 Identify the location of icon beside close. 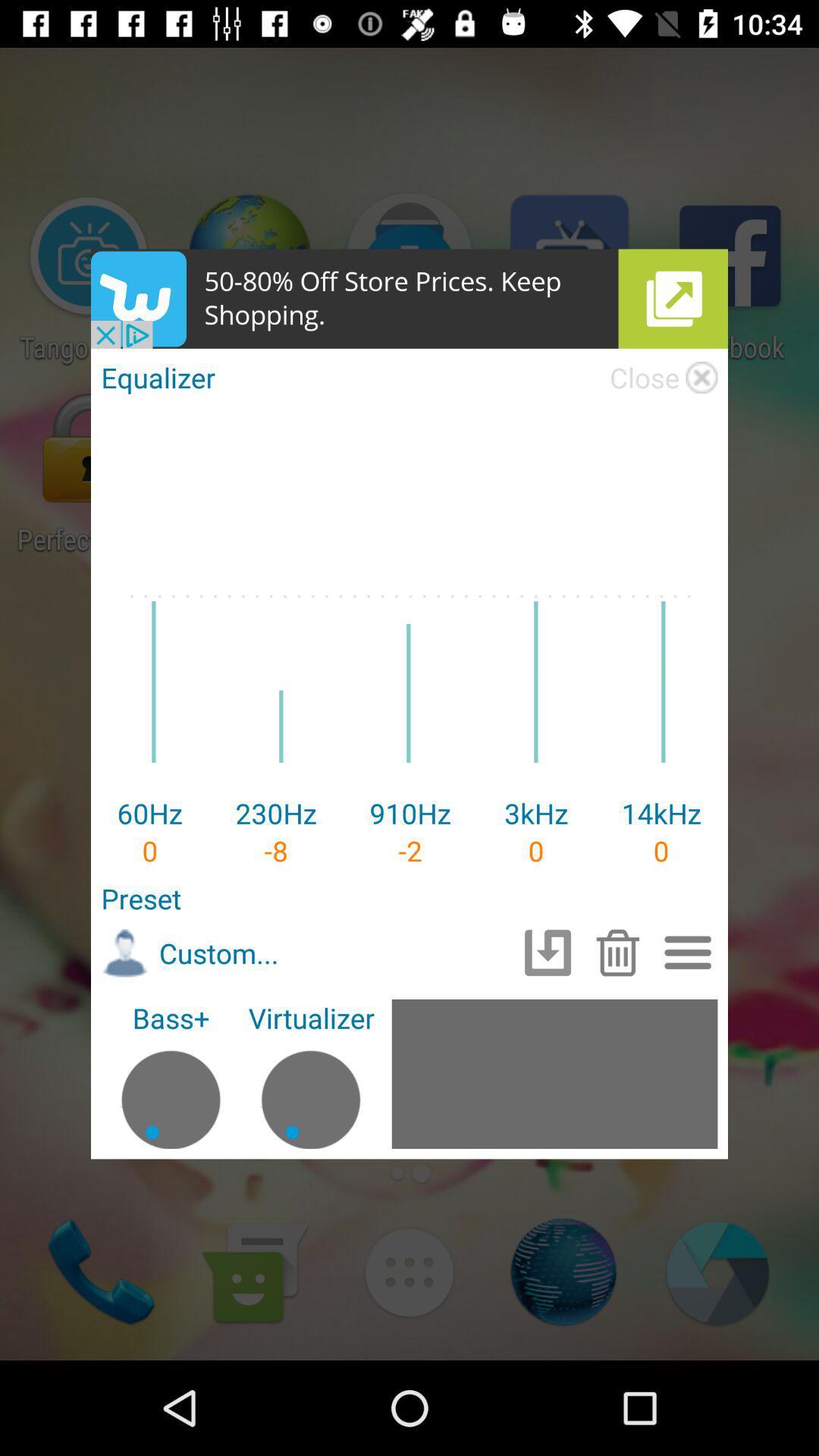
(701, 378).